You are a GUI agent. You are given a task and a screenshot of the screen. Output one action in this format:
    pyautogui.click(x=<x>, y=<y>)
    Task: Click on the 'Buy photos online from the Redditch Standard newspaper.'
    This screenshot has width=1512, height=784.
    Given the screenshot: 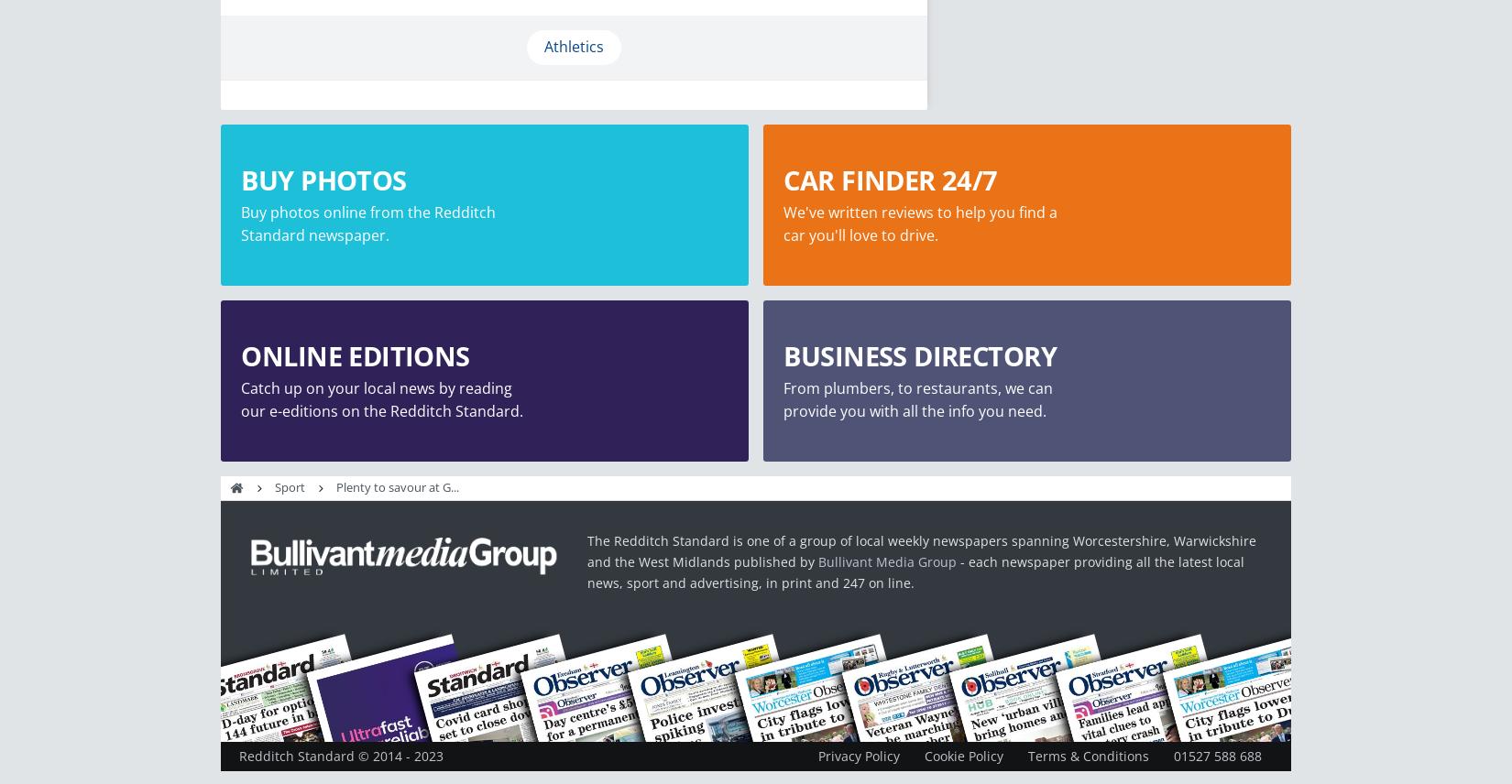 What is the action you would take?
    pyautogui.click(x=241, y=223)
    